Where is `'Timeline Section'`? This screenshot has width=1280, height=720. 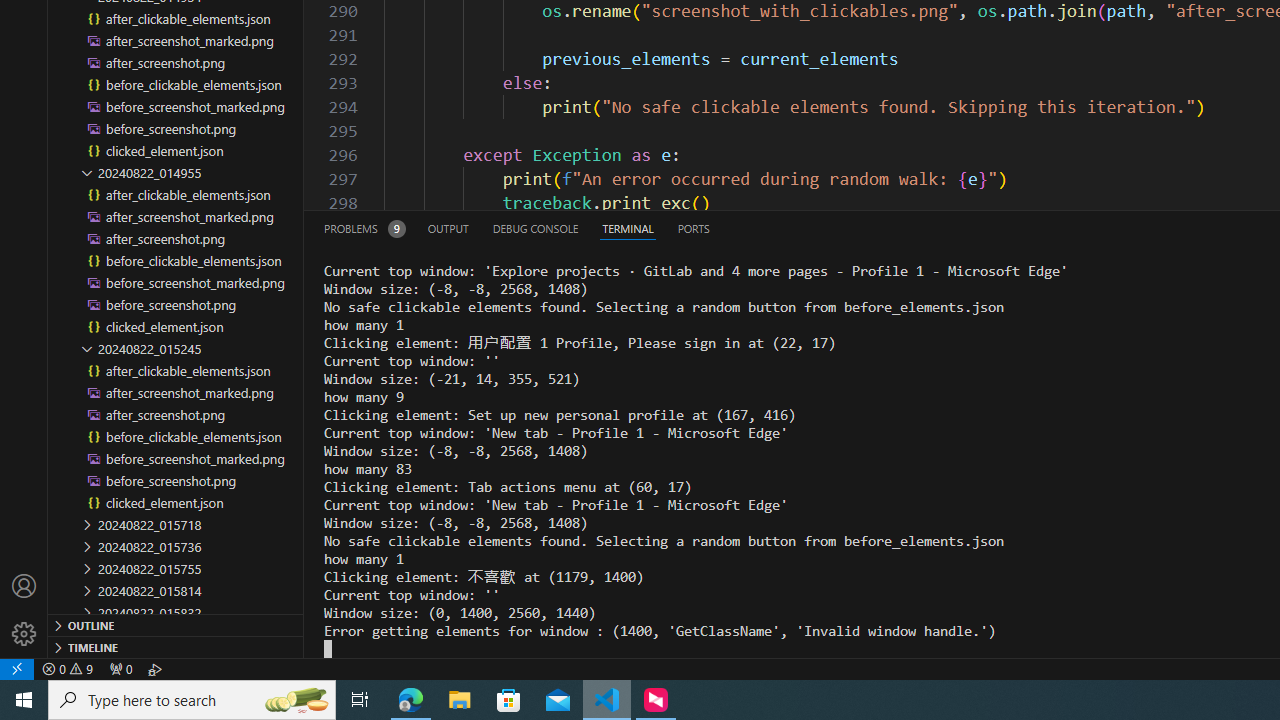 'Timeline Section' is located at coordinates (176, 646).